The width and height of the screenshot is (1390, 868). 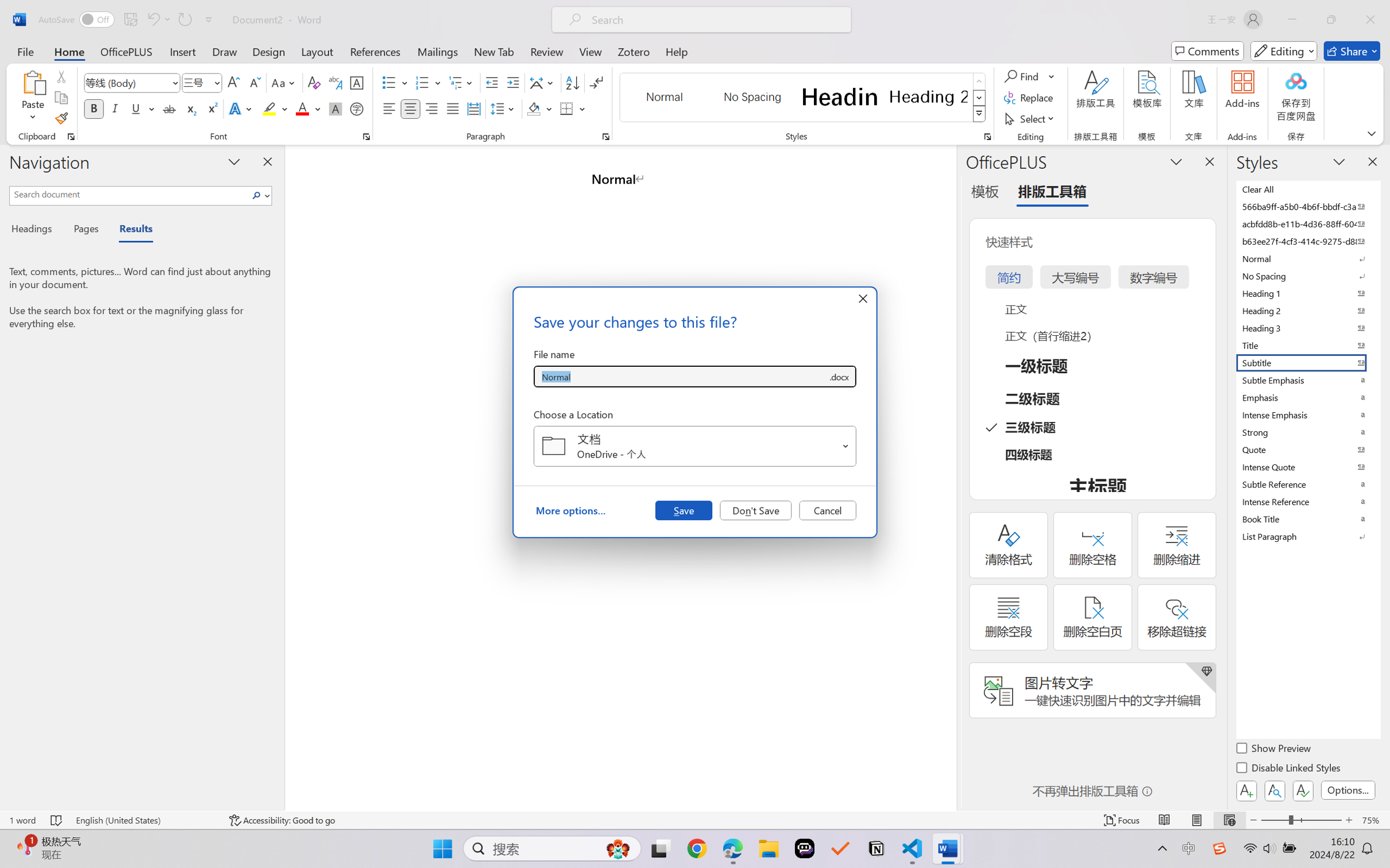 What do you see at coordinates (1307, 258) in the screenshot?
I see `'Normal'` at bounding box center [1307, 258].